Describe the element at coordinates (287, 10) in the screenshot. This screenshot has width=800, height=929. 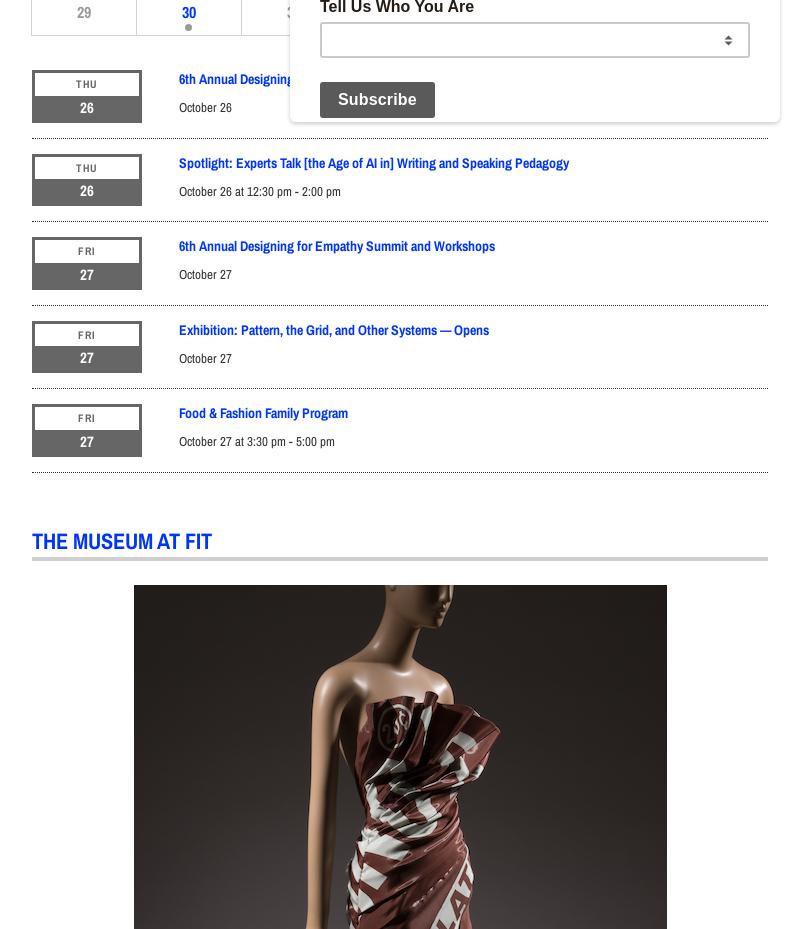
I see `'31'` at that location.